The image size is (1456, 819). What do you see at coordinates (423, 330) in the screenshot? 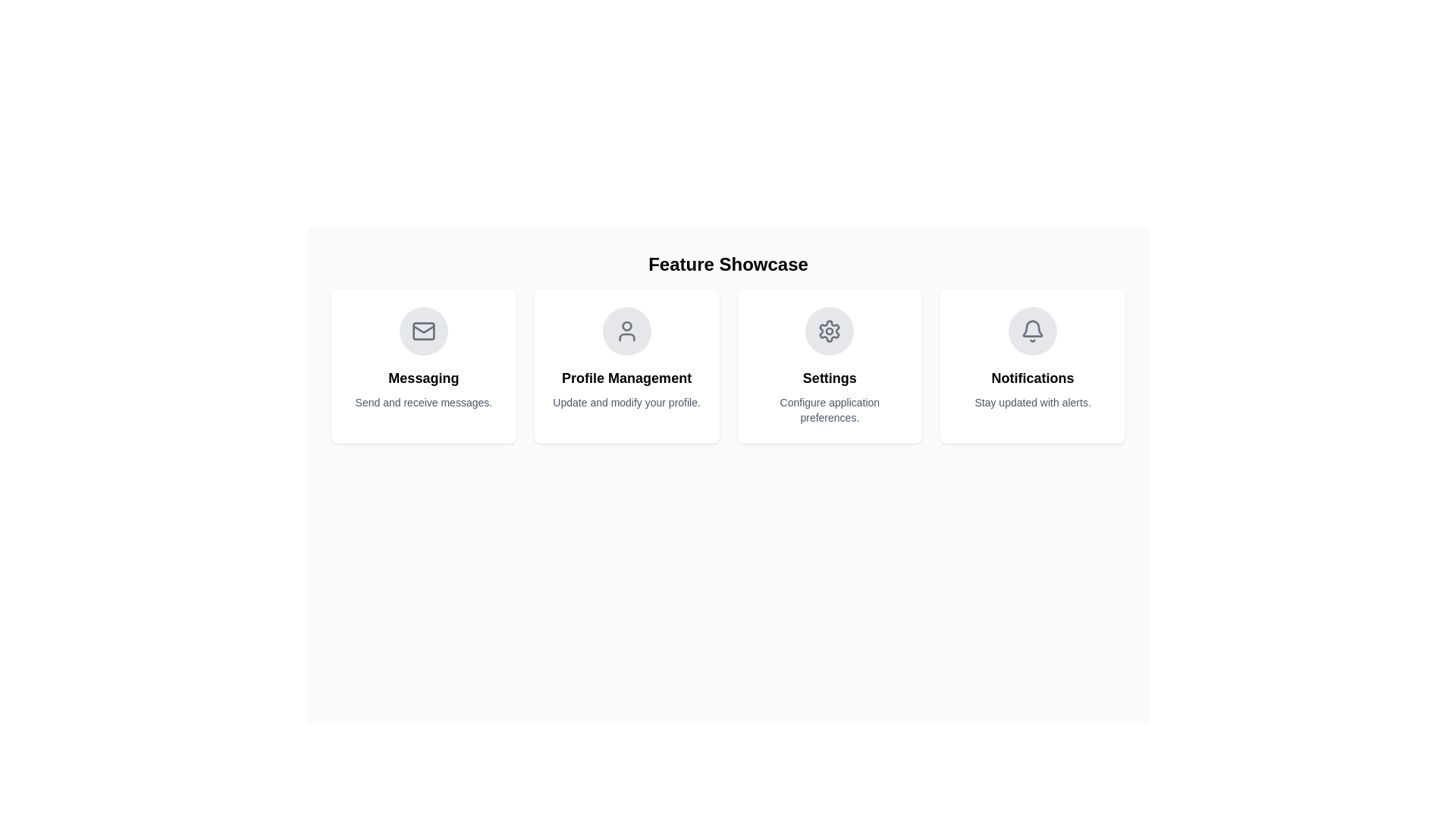
I see `the rectangular shape that is part of the envelope icon in the 'Messaging' section, which represents the content area of the envelope` at bounding box center [423, 330].